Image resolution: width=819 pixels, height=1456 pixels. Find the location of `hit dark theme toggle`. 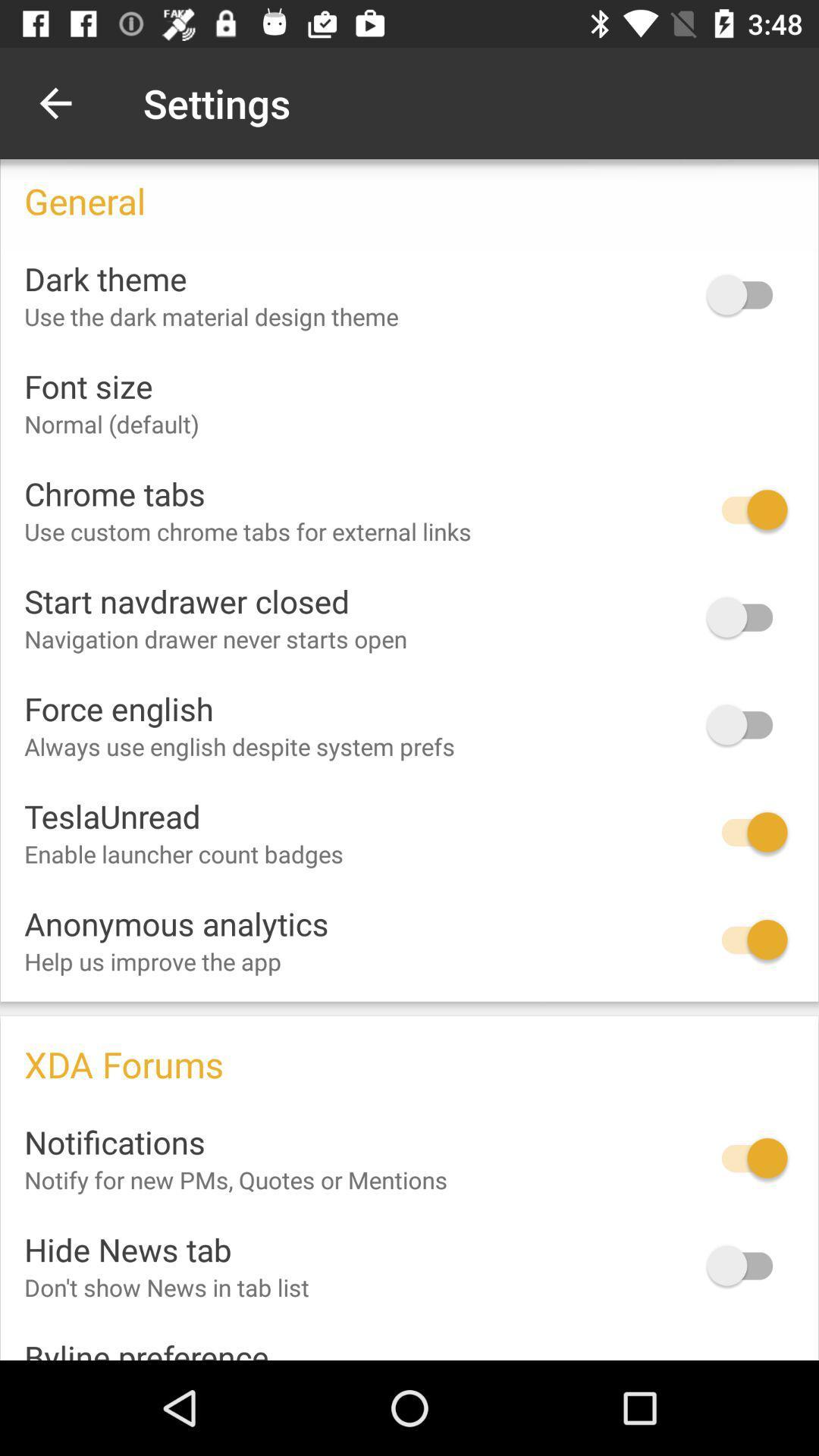

hit dark theme toggle is located at coordinates (746, 294).